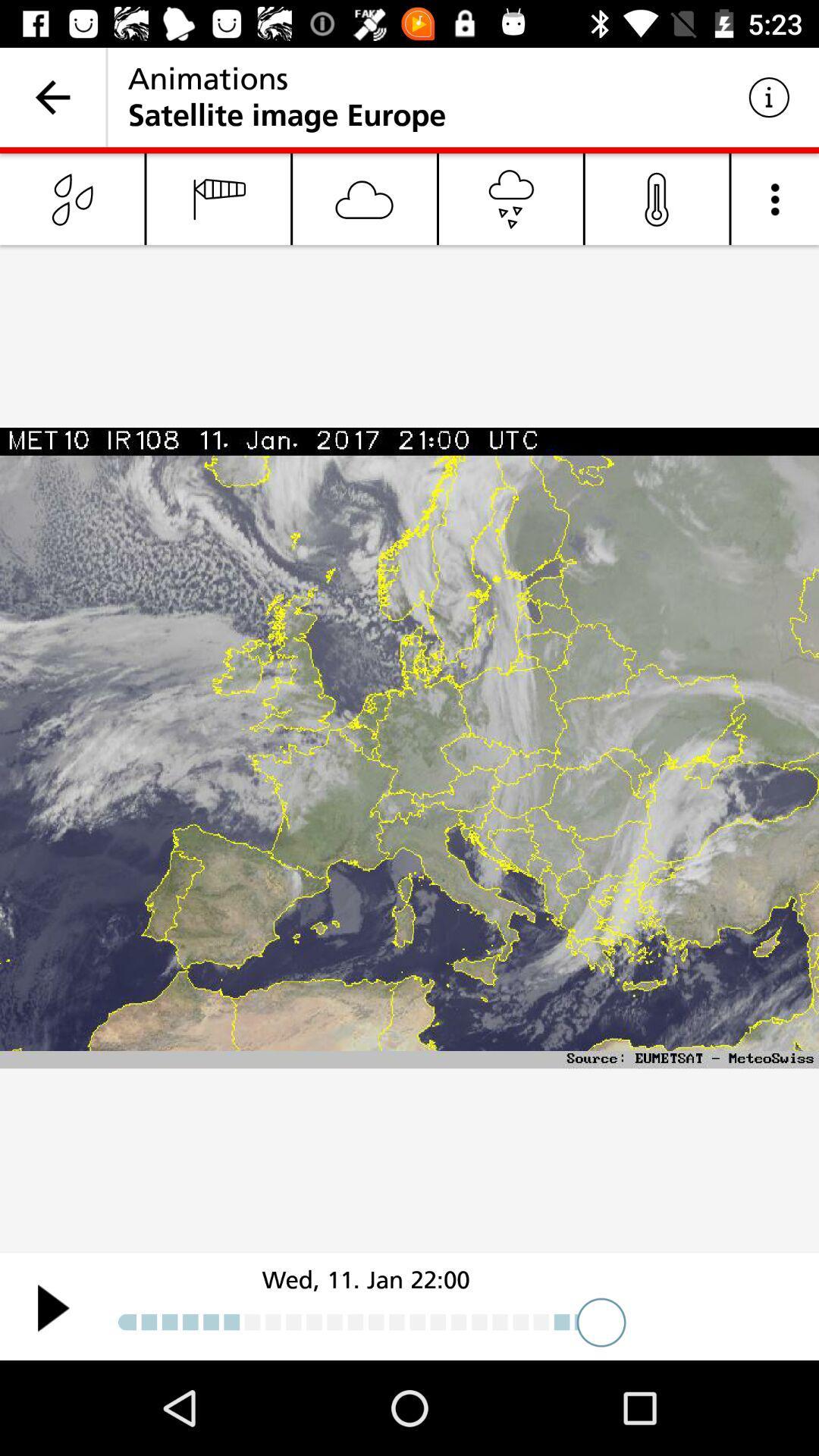 This screenshot has height=1456, width=819. What do you see at coordinates (656, 198) in the screenshot?
I see `the microphone icon` at bounding box center [656, 198].